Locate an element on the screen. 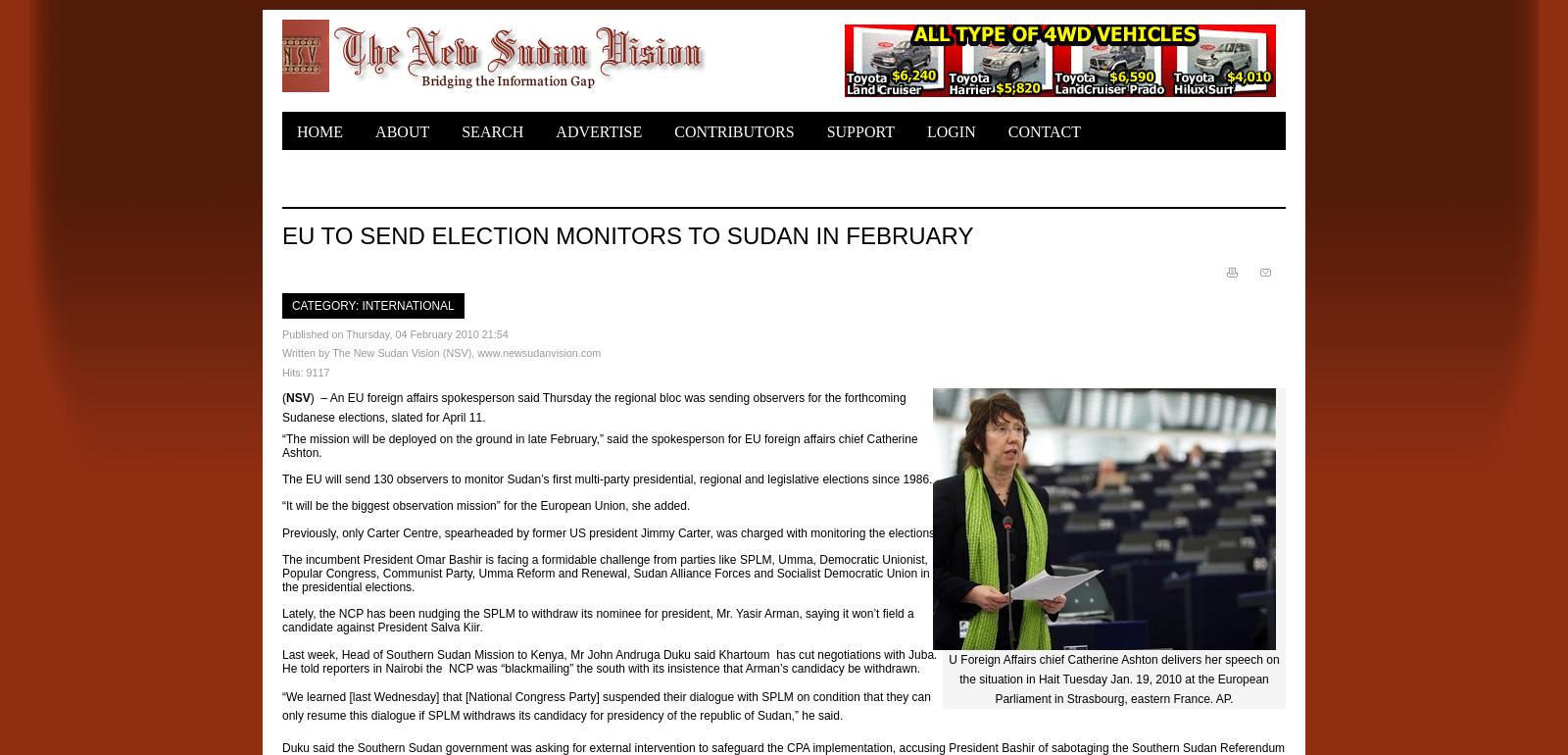 Image resolution: width=1568 pixels, height=755 pixels. 'Advertise' is located at coordinates (599, 131).